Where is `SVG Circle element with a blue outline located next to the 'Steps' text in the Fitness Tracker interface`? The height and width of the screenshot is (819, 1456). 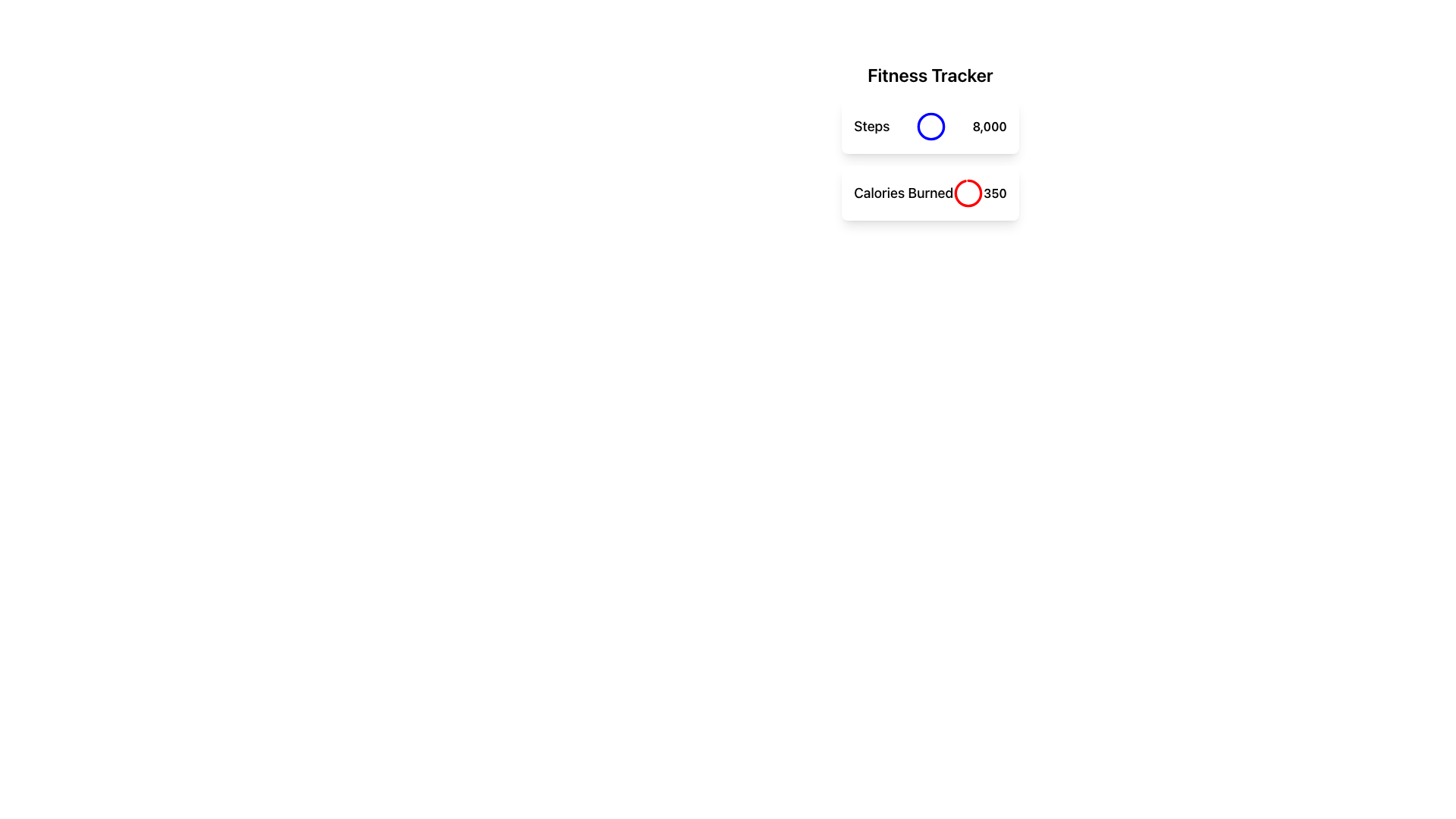
SVG Circle element with a blue outline located next to the 'Steps' text in the Fitness Tracker interface is located at coordinates (930, 125).